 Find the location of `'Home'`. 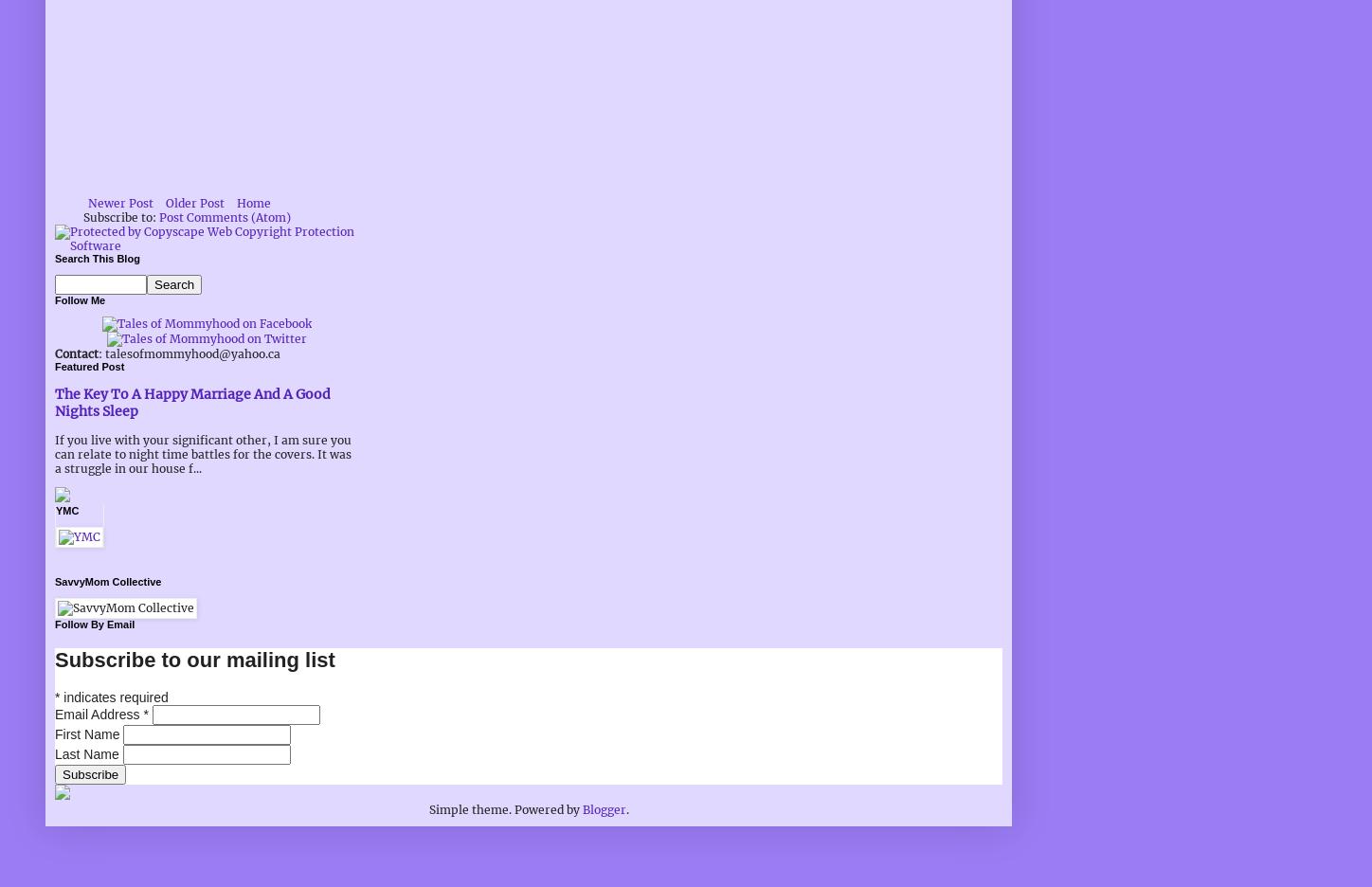

'Home' is located at coordinates (254, 203).